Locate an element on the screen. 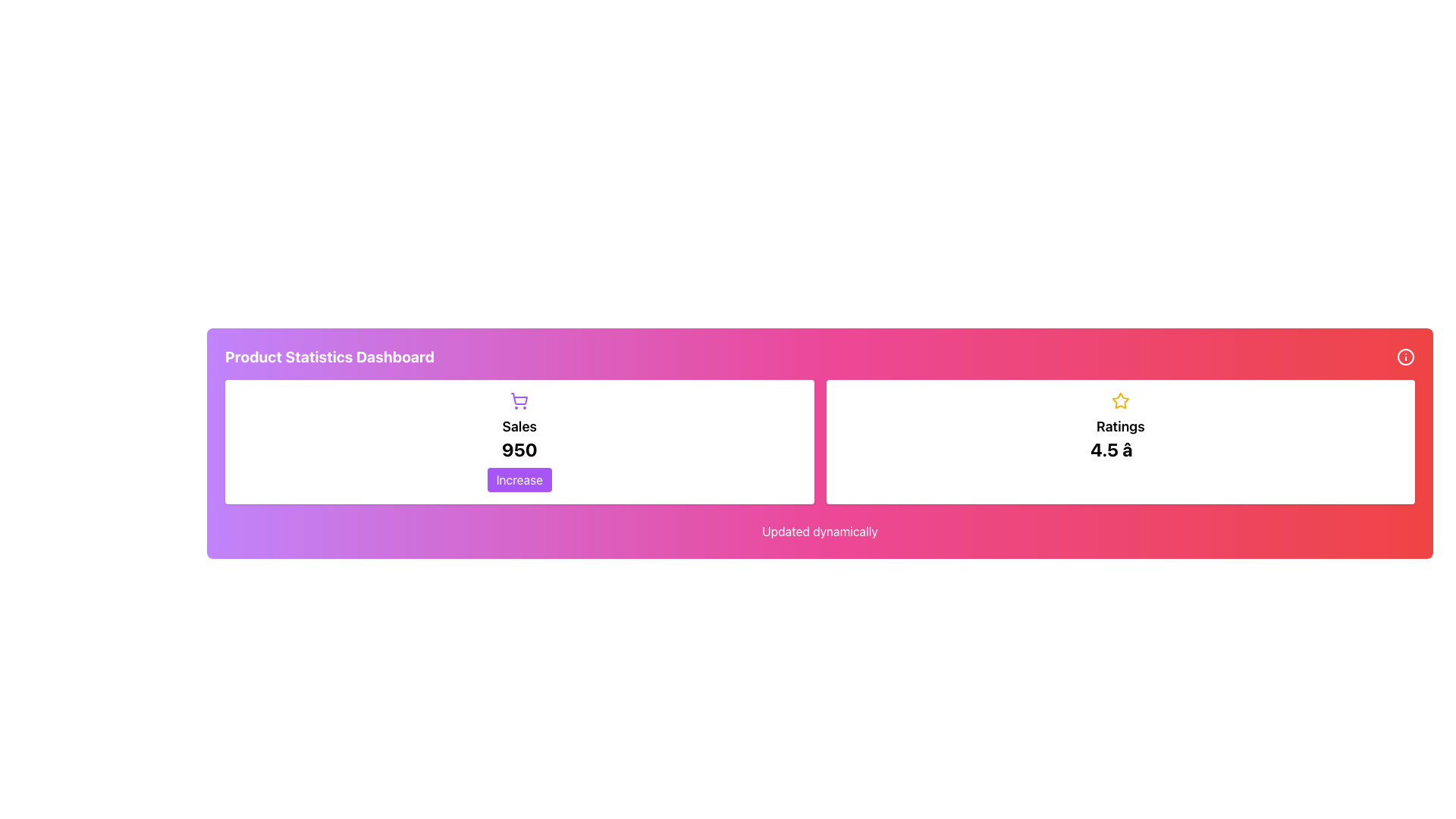  the purple shopping cart icon located at the top center of the sales data card, above the text 'Sales' and '950' is located at coordinates (519, 400).